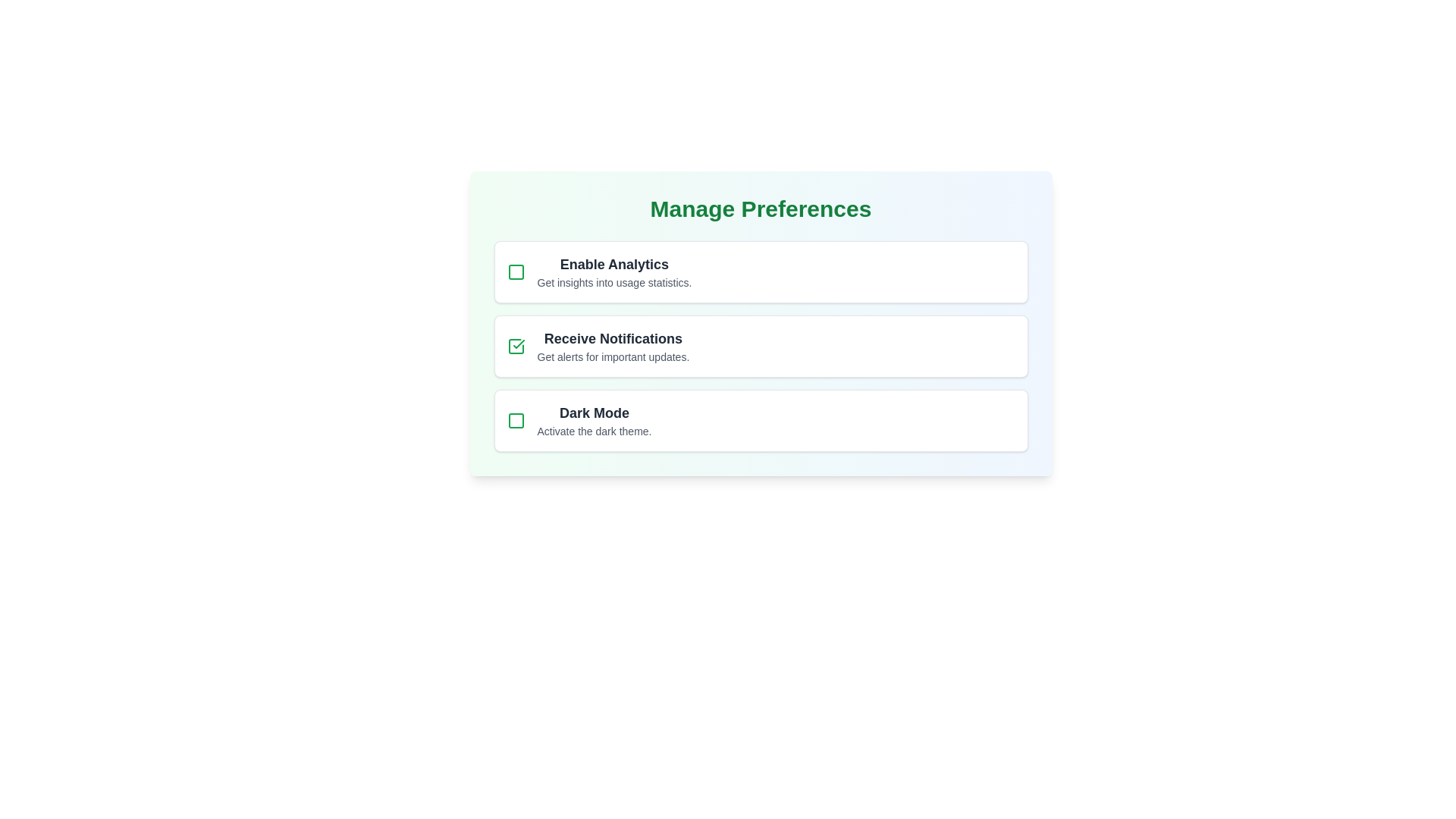 The width and height of the screenshot is (1456, 819). What do you see at coordinates (614, 263) in the screenshot?
I see `the static text label for 'Enable Analytics' in the preference settings, which serves as the title for the associated action` at bounding box center [614, 263].